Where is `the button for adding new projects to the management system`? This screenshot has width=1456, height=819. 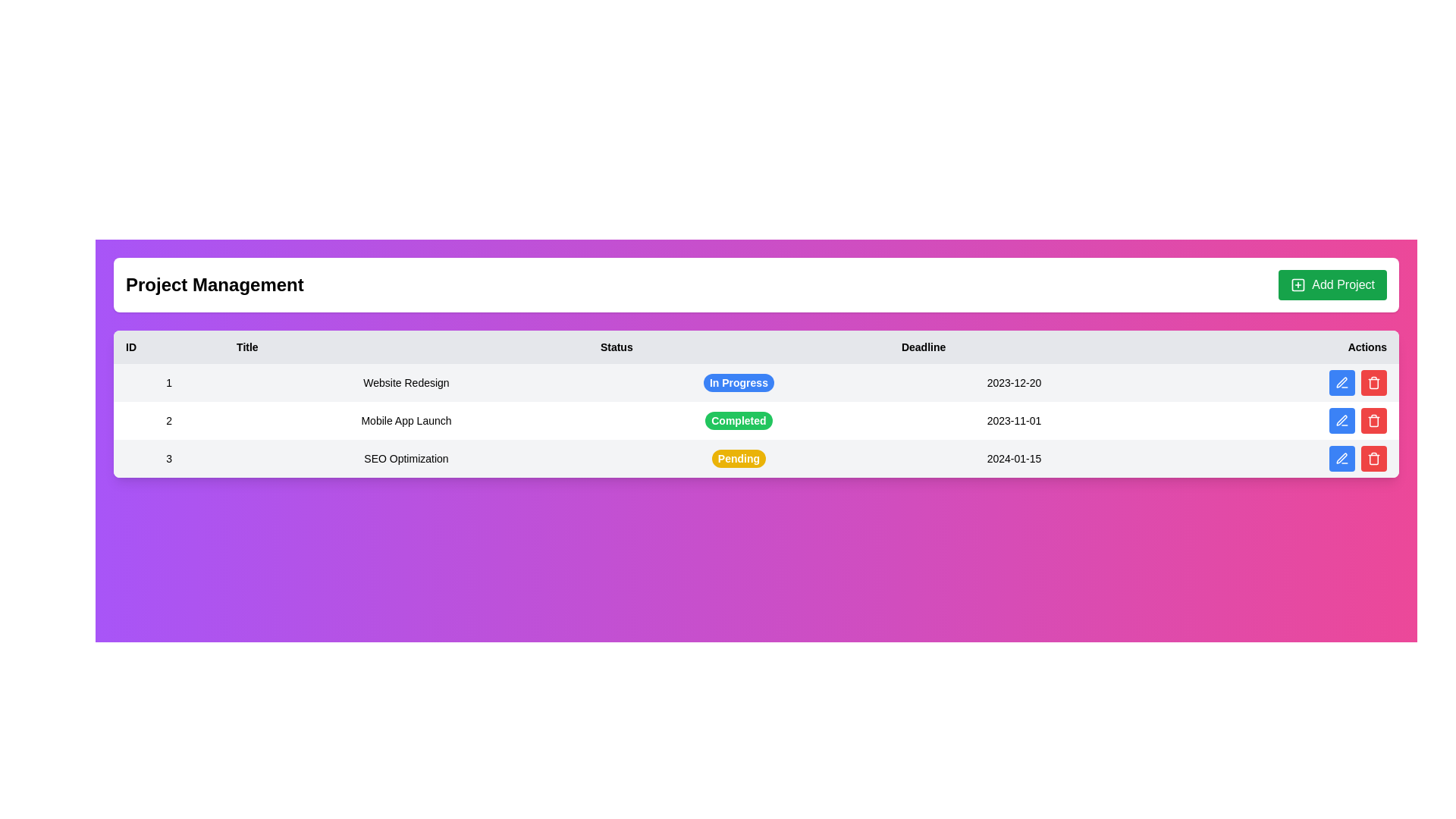
the button for adding new projects to the management system is located at coordinates (1332, 284).